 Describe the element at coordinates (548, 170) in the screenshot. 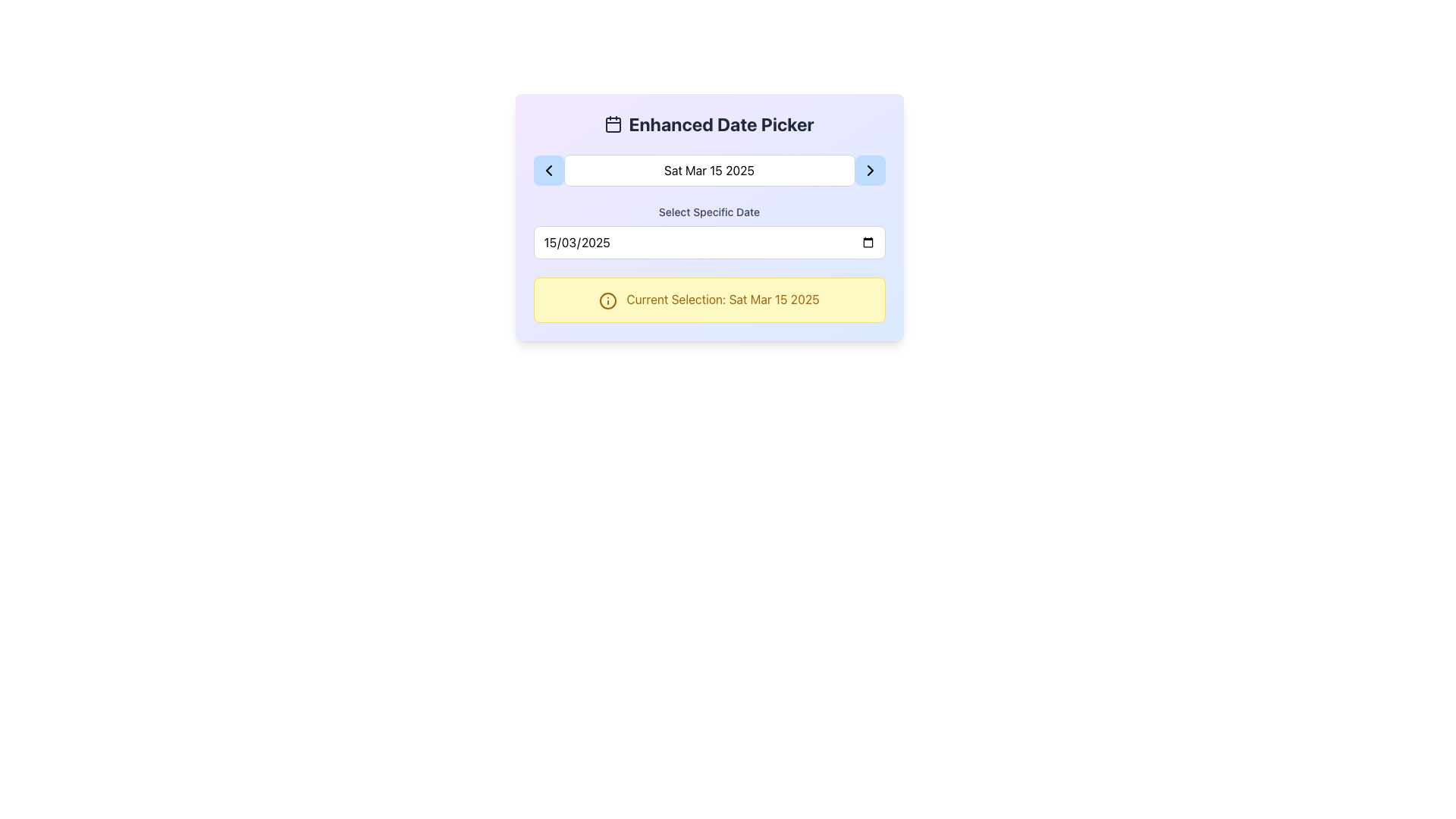

I see `the small, left-facing chevron arrow button with a light blue background, located to the left of the white date display area` at that location.